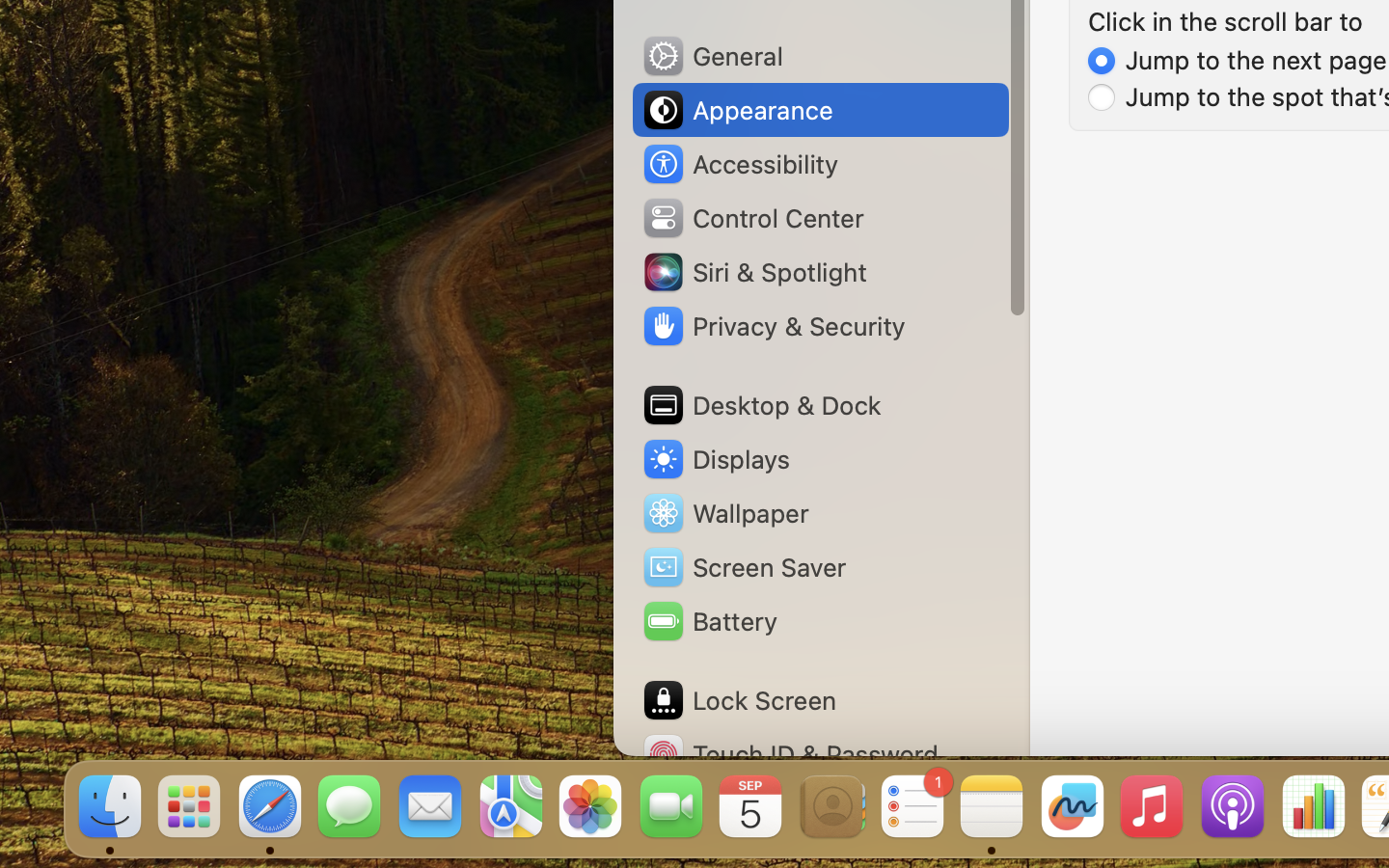 Image resolution: width=1389 pixels, height=868 pixels. Describe the element at coordinates (737, 699) in the screenshot. I see `'Lock Screen'` at that location.